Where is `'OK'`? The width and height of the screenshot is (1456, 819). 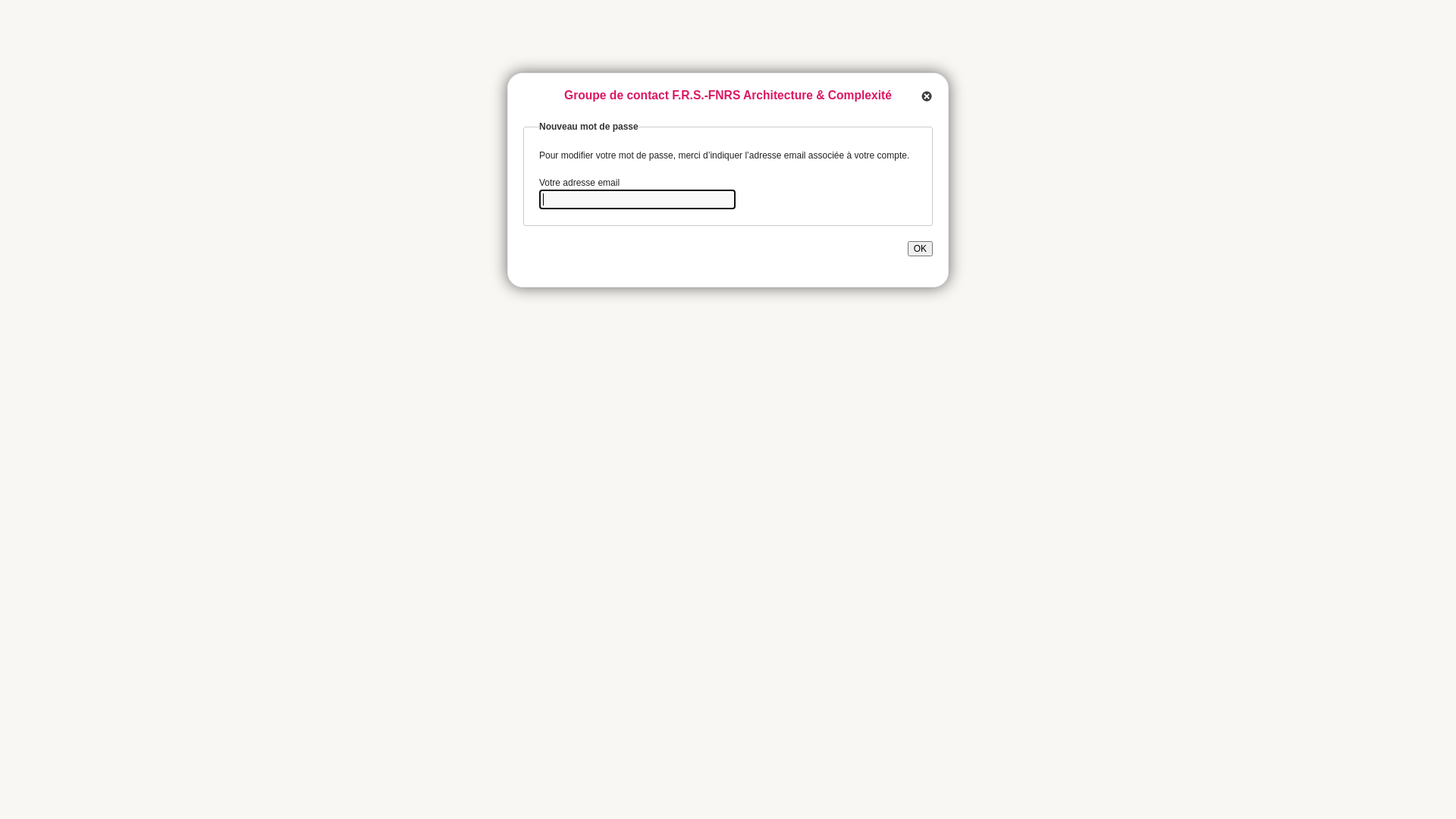
'OK' is located at coordinates (919, 247).